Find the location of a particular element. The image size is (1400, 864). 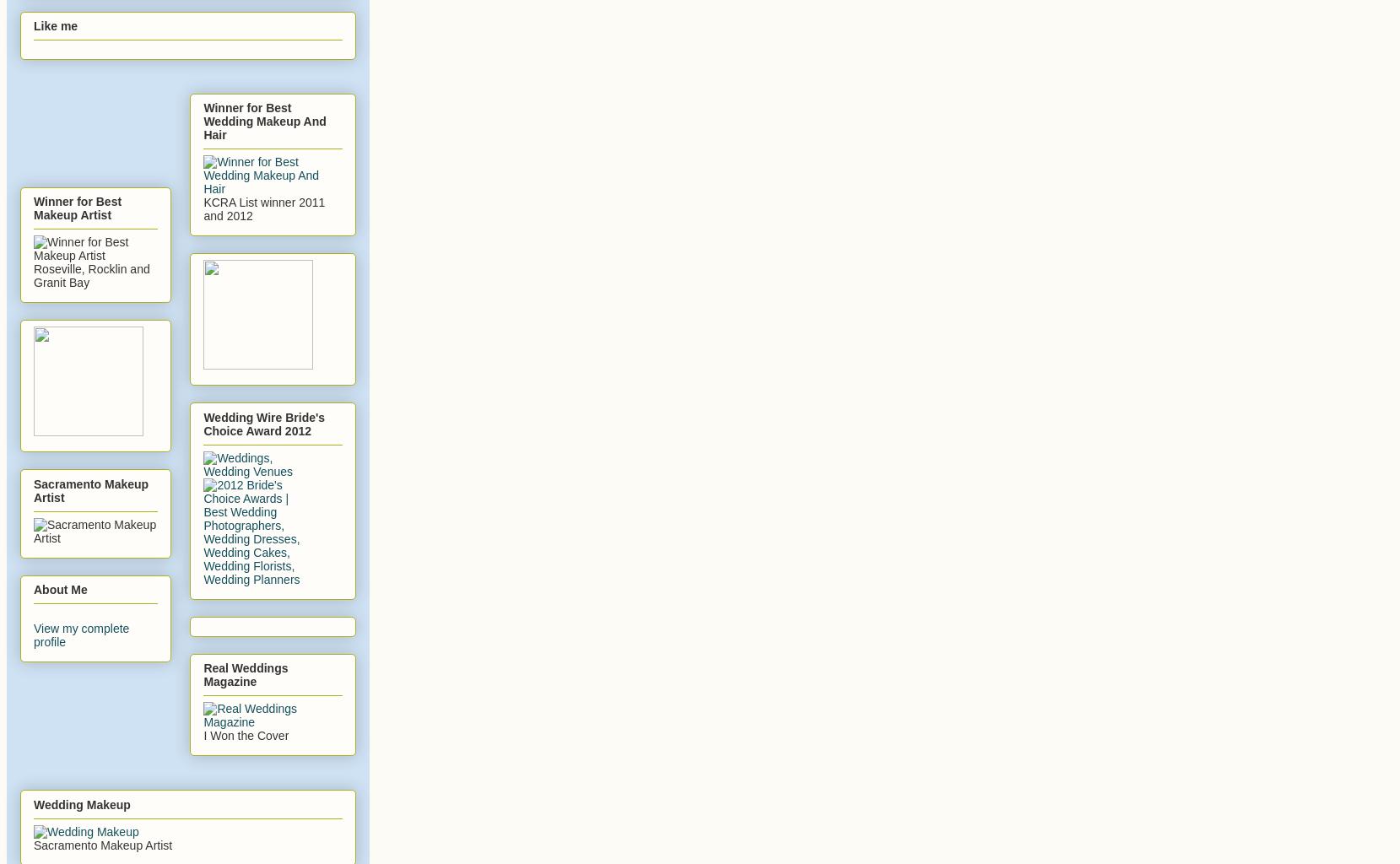

'Winner for Best Makeup Artist' is located at coordinates (77, 207).